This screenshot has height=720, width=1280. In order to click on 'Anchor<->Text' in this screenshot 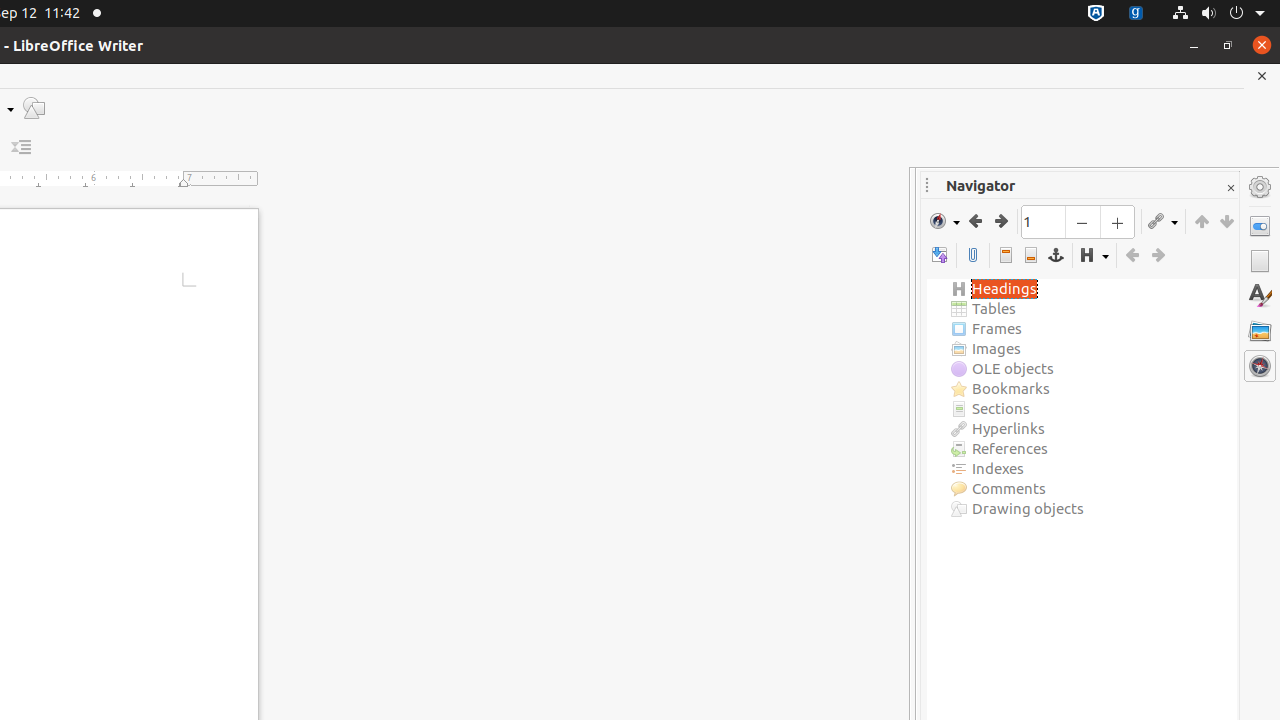, I will do `click(1054, 254)`.